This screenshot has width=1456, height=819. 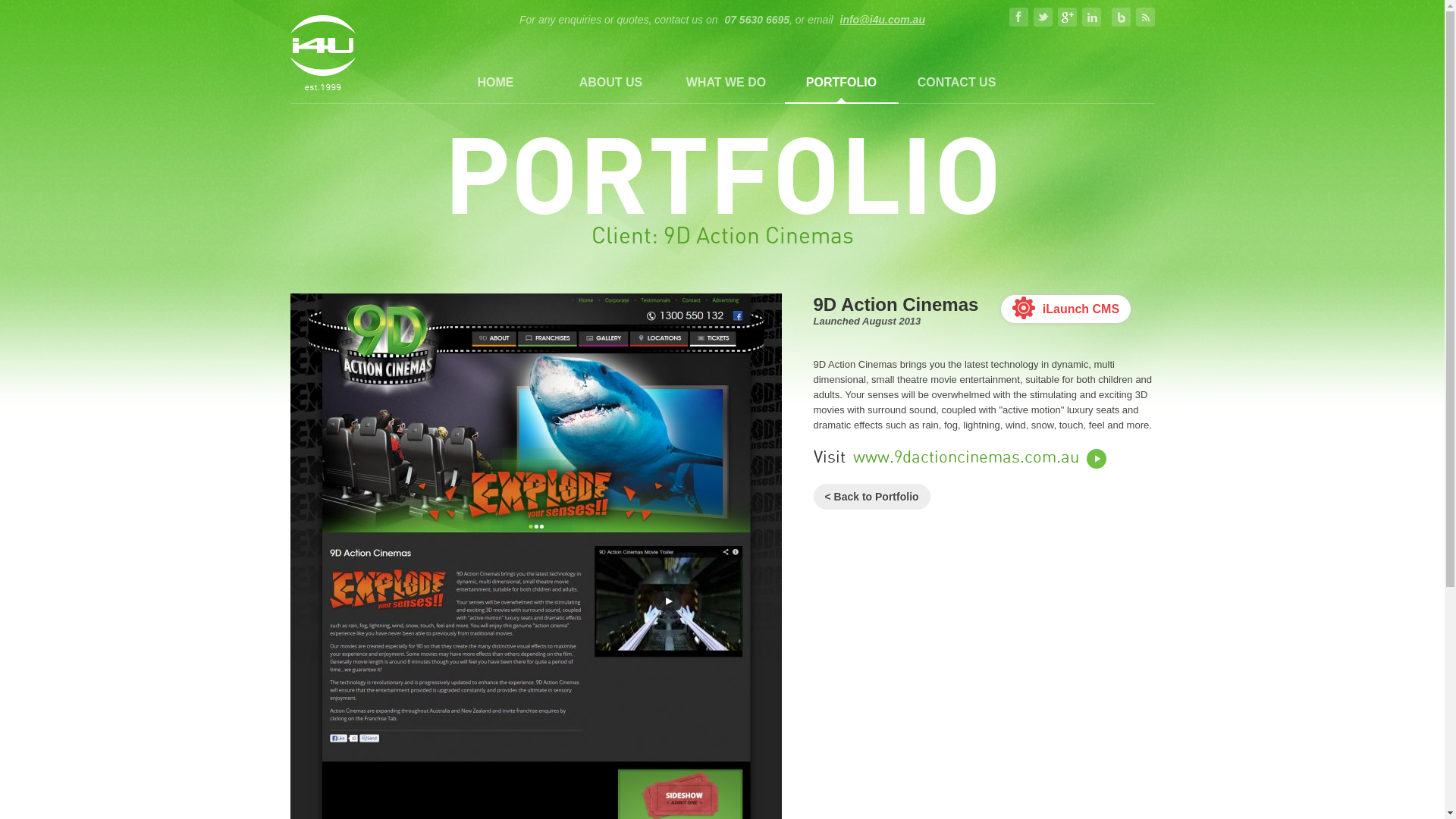 What do you see at coordinates (1057, 17) in the screenshot?
I see `'Find us on Google+'` at bounding box center [1057, 17].